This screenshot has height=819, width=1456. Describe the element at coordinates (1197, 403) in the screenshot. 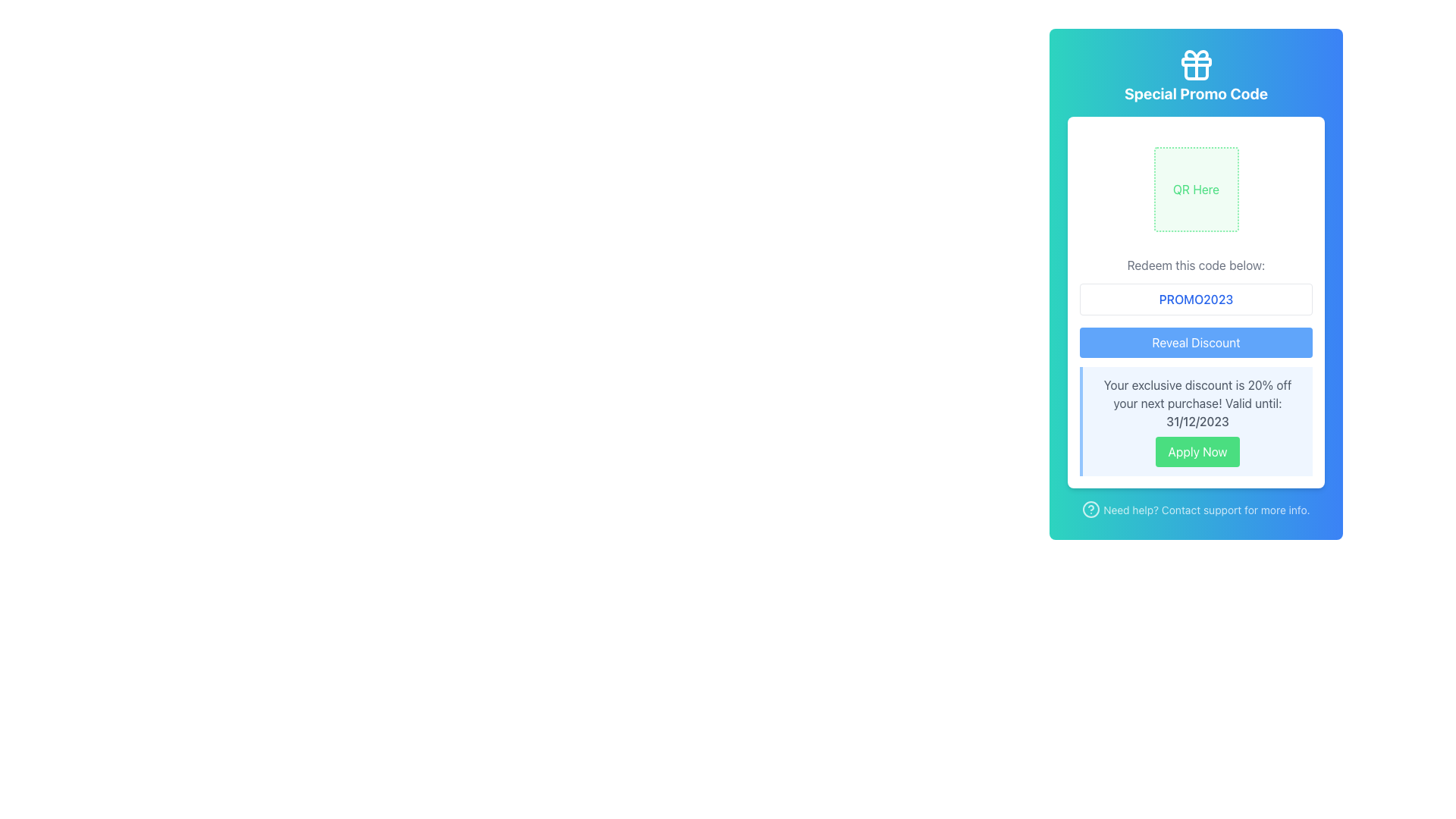

I see `promotional text block displaying 'Your exclusive discount is 20% off your next purchase!' and 'Valid until: 31/12/2023', located near the bottom of the panel above the 'Apply Now' button` at that location.